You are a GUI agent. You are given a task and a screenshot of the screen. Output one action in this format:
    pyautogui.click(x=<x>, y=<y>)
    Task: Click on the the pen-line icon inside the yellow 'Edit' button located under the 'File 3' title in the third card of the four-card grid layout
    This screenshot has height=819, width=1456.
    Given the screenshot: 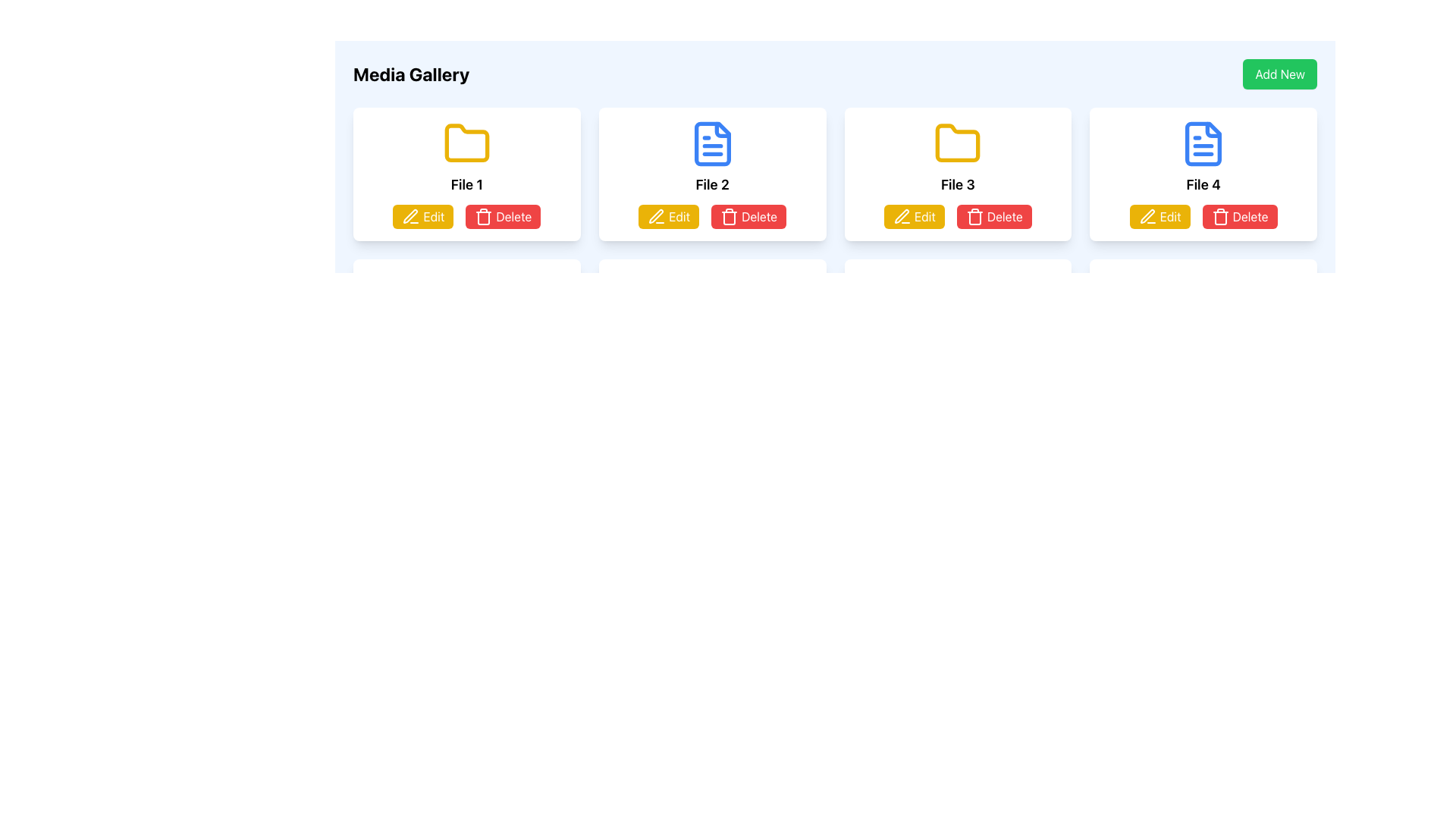 What is the action you would take?
    pyautogui.click(x=902, y=216)
    